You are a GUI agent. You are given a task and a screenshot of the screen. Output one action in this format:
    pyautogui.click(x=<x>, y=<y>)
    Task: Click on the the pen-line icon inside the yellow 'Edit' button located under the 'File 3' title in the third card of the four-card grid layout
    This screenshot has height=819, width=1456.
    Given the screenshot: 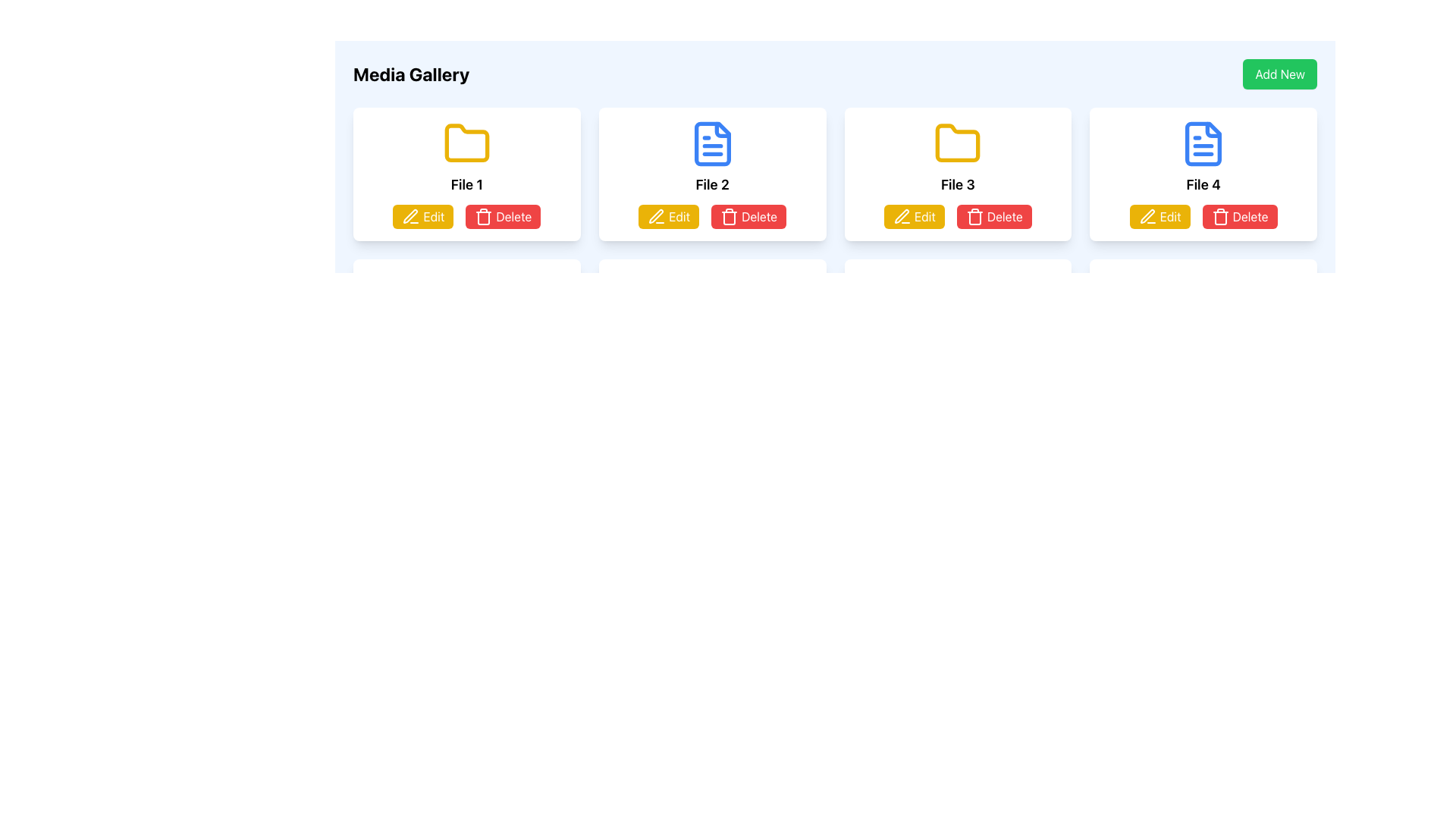 What is the action you would take?
    pyautogui.click(x=902, y=216)
    